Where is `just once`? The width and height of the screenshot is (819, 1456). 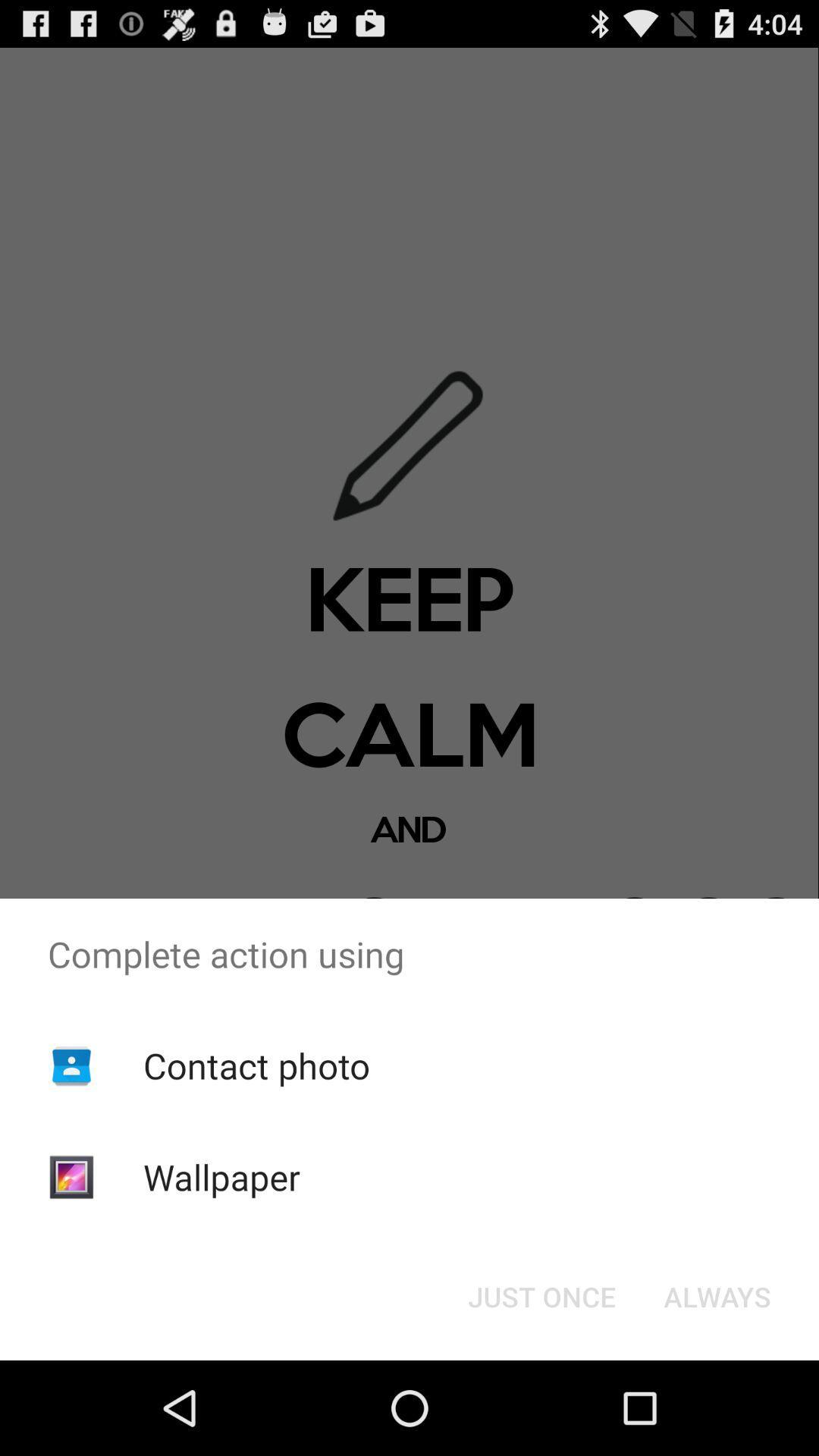 just once is located at coordinates (541, 1295).